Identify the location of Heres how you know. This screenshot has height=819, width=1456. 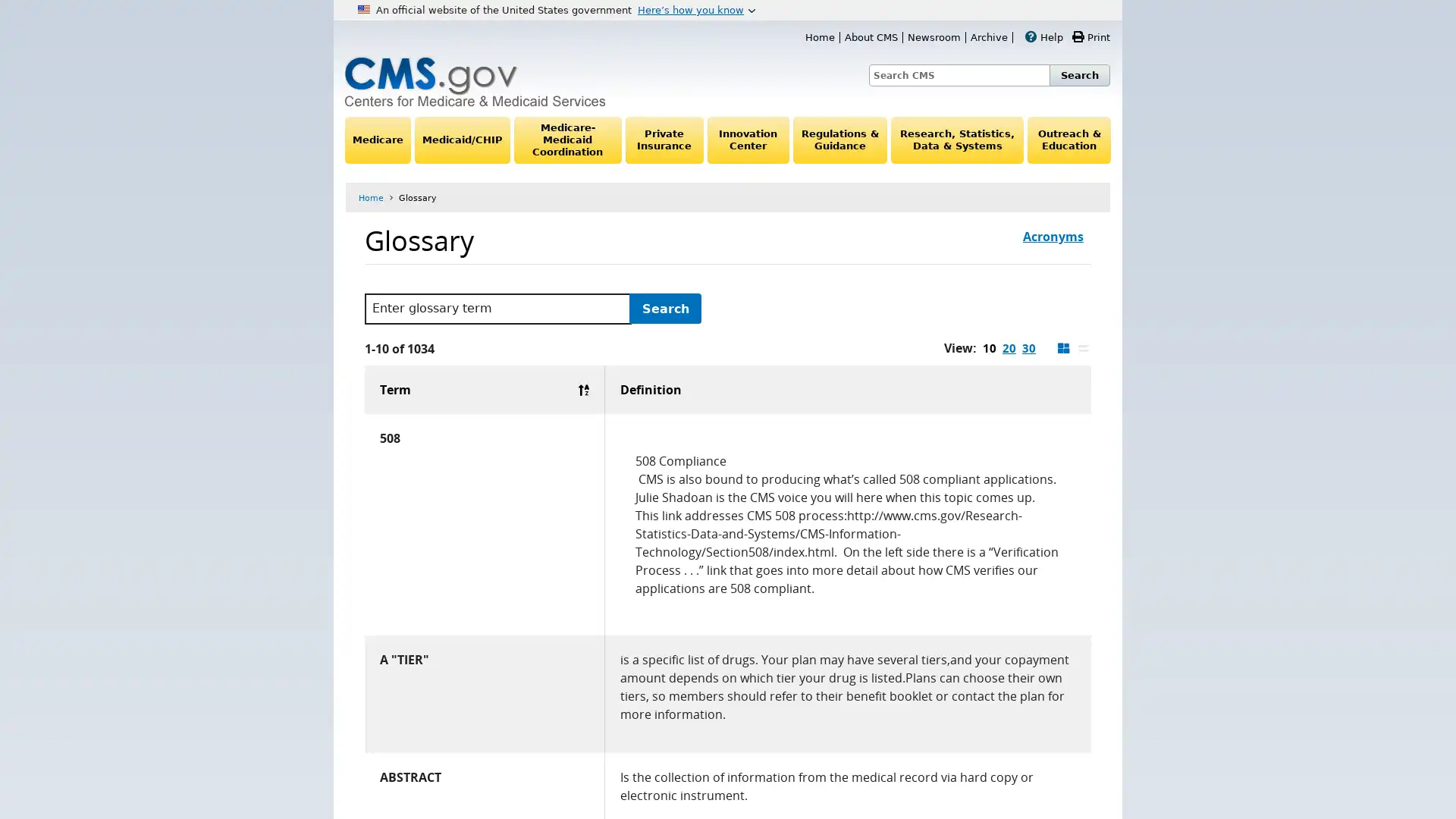
(695, 9).